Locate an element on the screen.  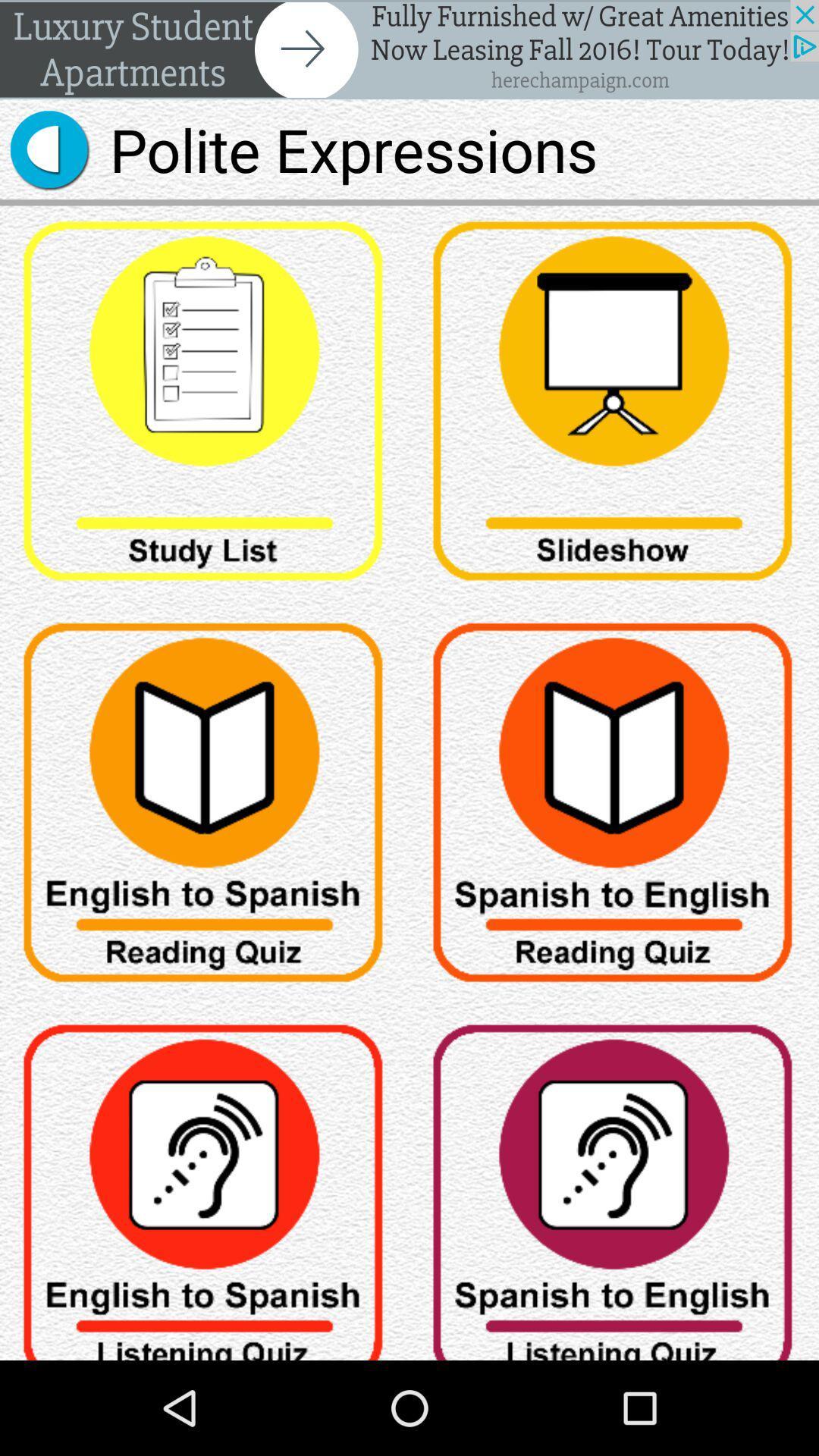
click slideshow is located at coordinates (614, 406).